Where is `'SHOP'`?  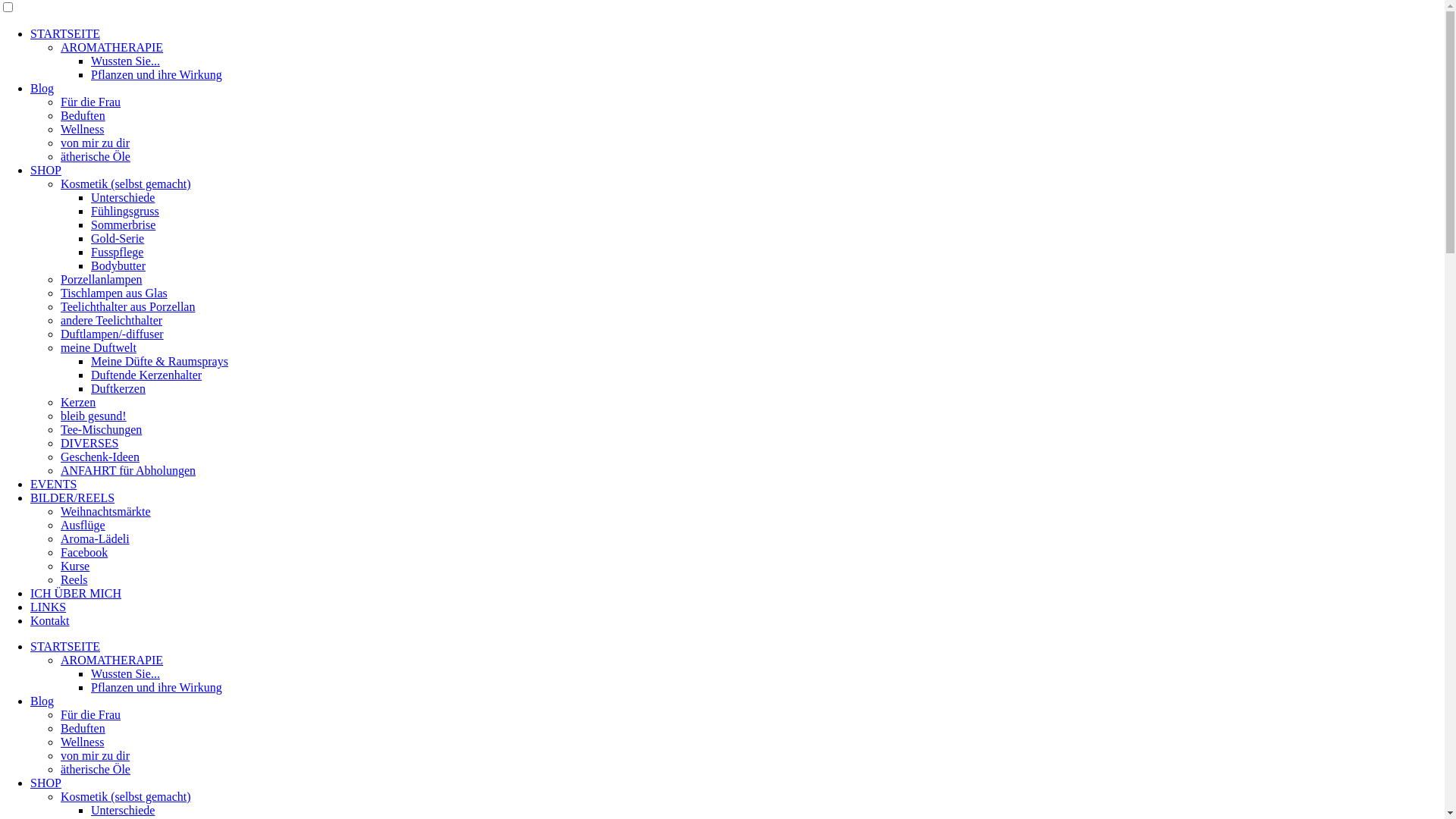 'SHOP' is located at coordinates (45, 170).